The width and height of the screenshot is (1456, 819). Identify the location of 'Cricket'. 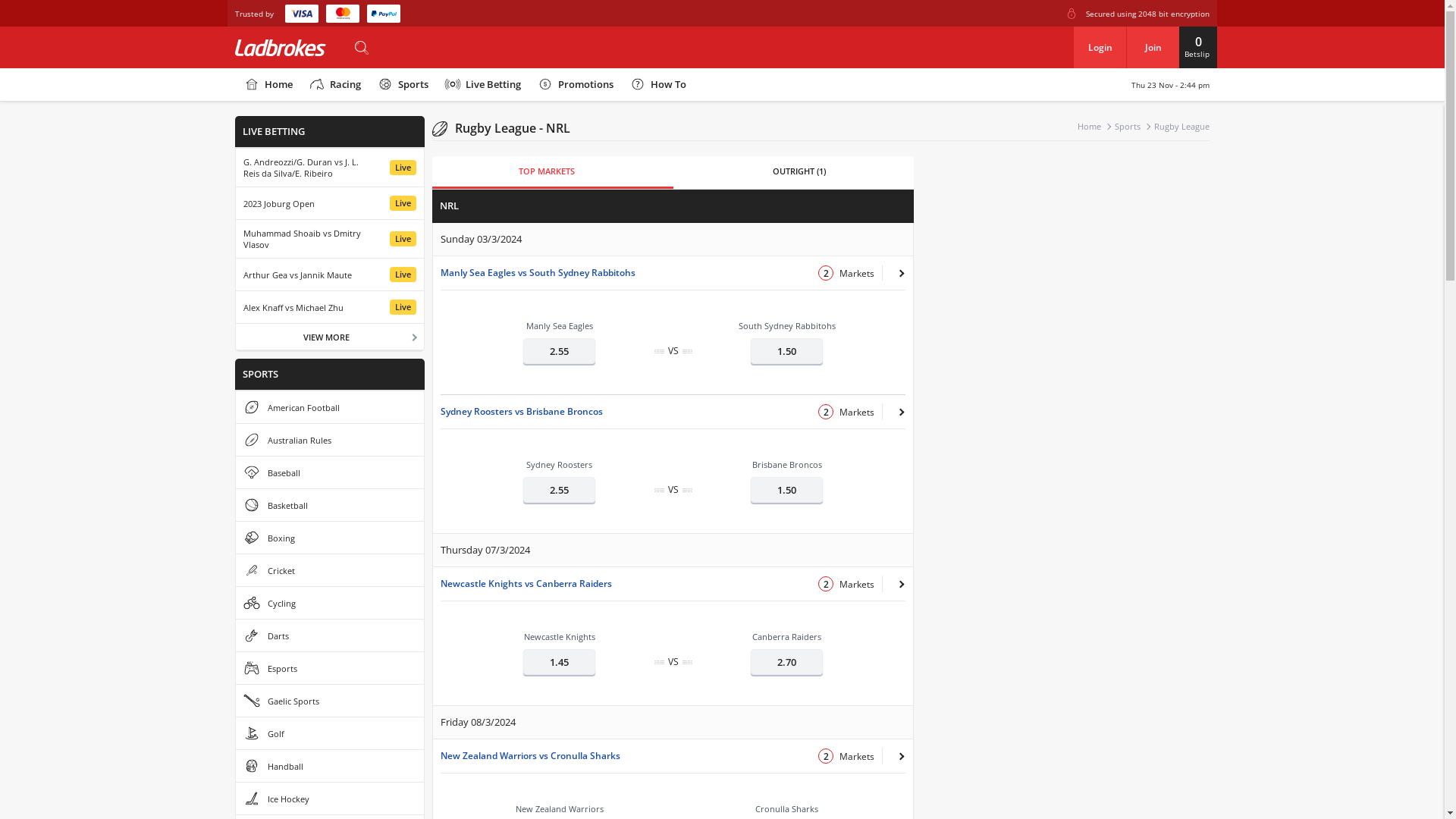
(329, 570).